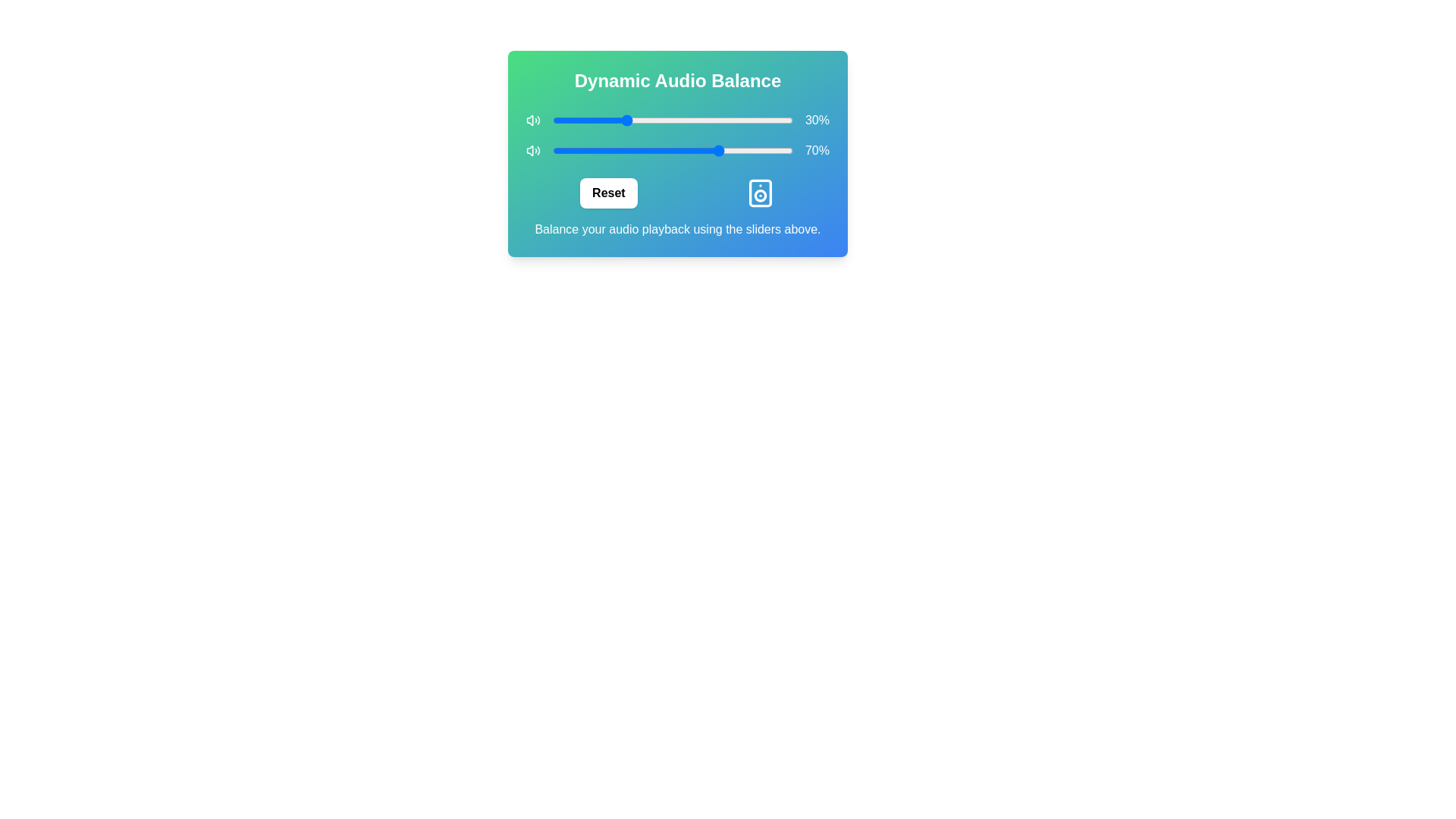 This screenshot has height=819, width=1456. Describe the element at coordinates (595, 119) in the screenshot. I see `the slider` at that location.